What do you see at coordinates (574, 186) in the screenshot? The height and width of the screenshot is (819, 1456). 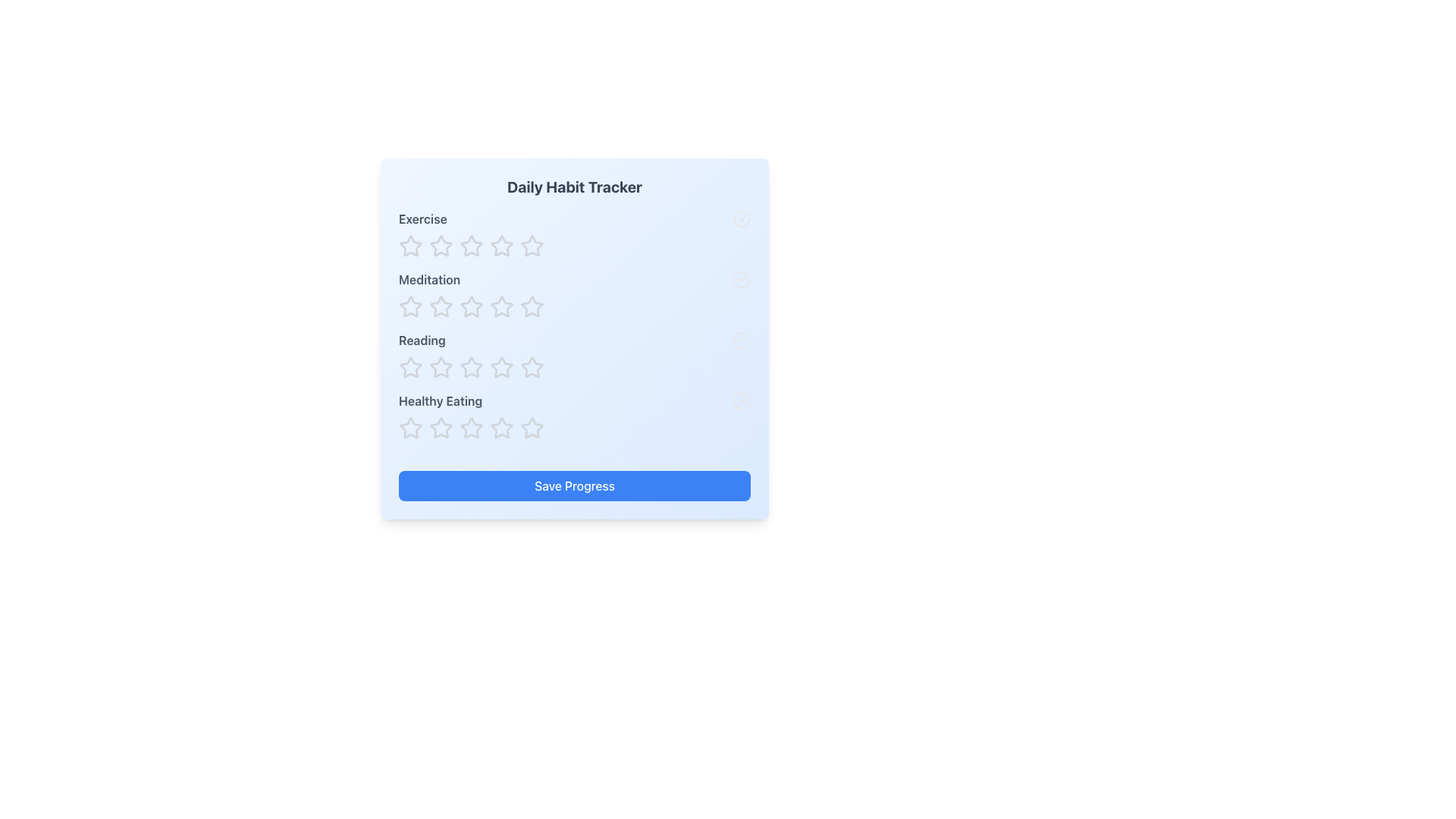 I see `the bold, centered heading 'Daily Habit Tracker' displayed in dark gray, which is located at the top section of the habit tracking card interface` at bounding box center [574, 186].